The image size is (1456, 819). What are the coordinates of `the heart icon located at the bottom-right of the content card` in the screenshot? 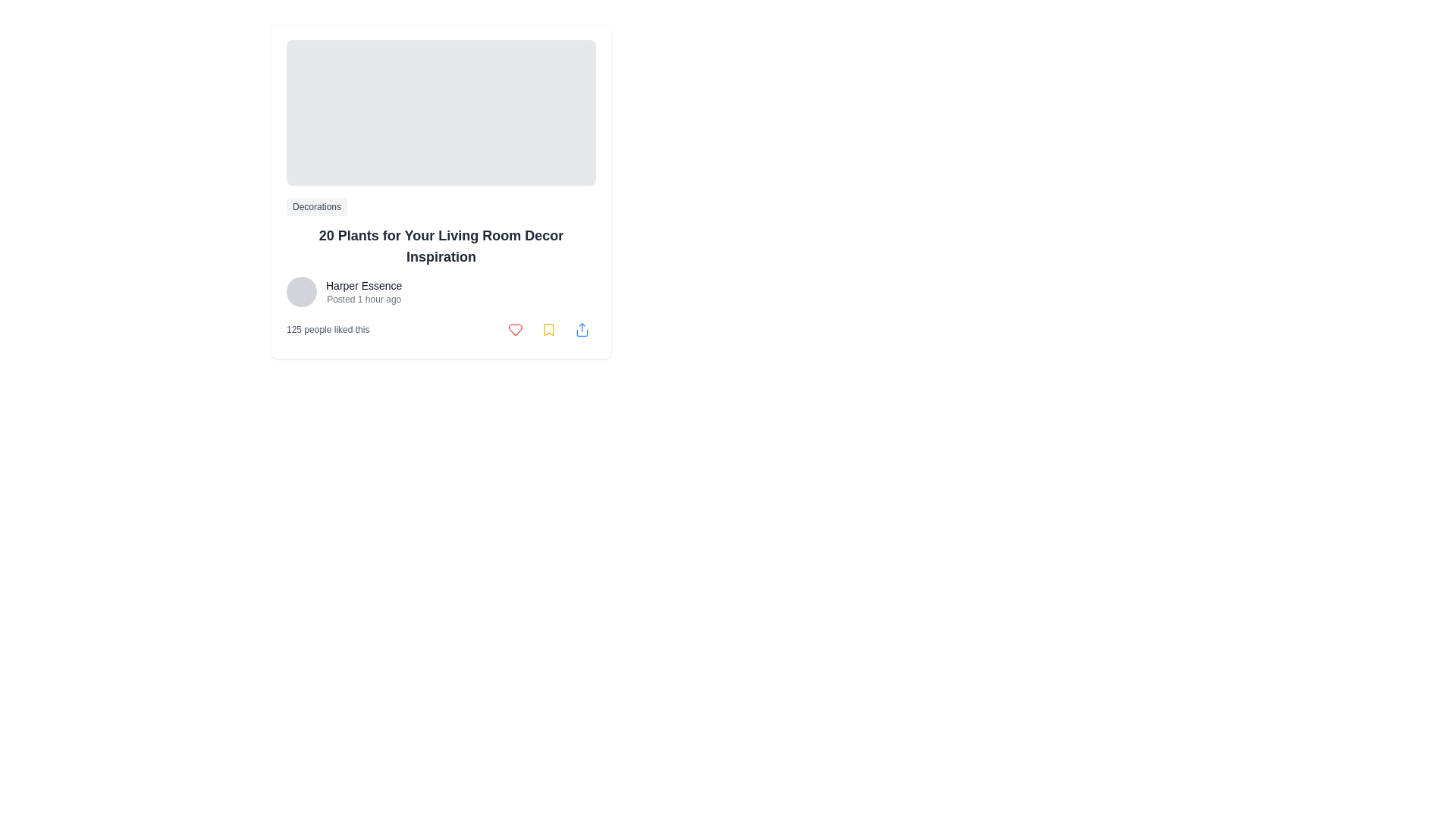 It's located at (516, 329).